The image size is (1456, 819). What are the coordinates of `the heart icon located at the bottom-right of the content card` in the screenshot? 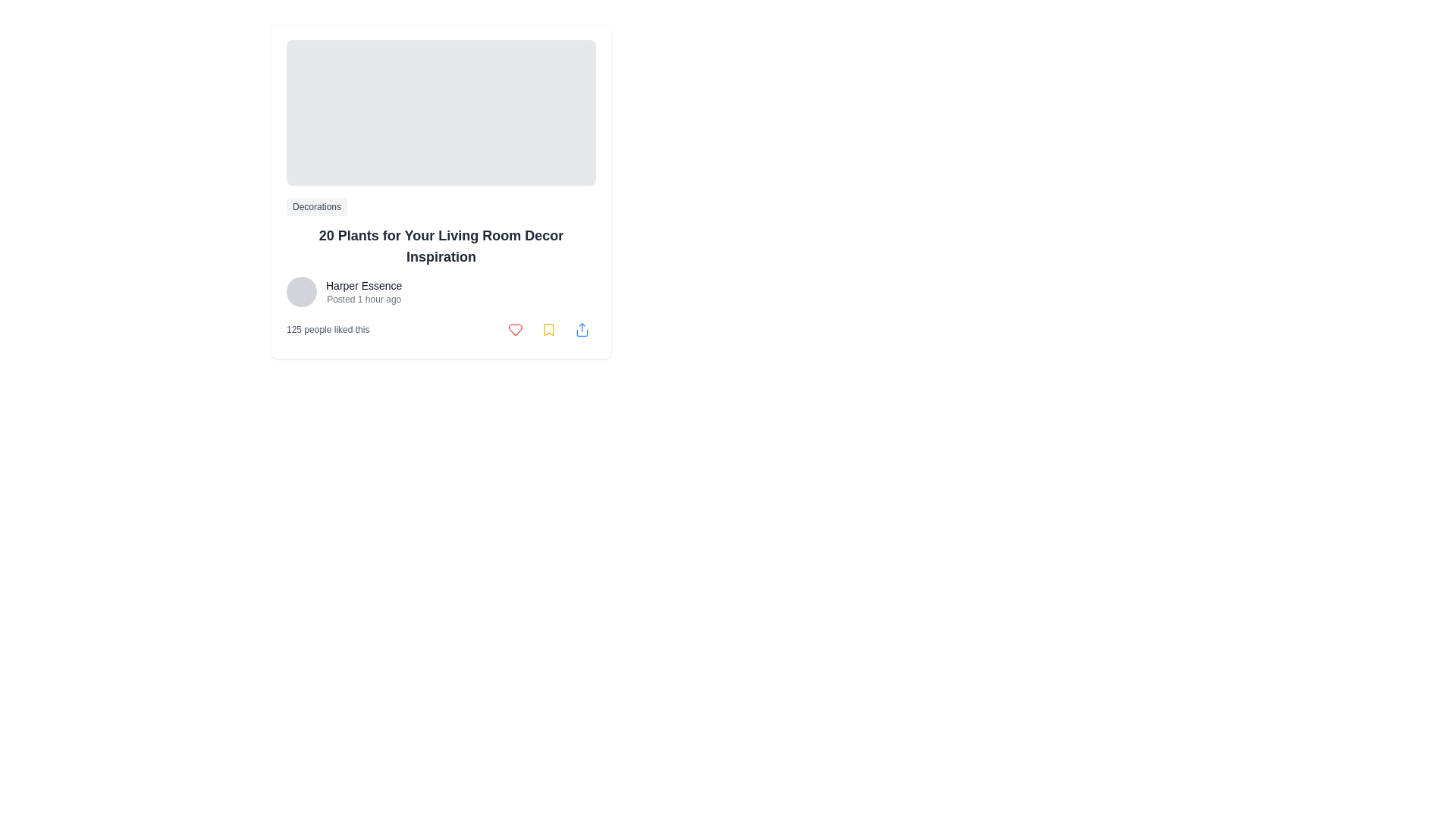 It's located at (516, 329).